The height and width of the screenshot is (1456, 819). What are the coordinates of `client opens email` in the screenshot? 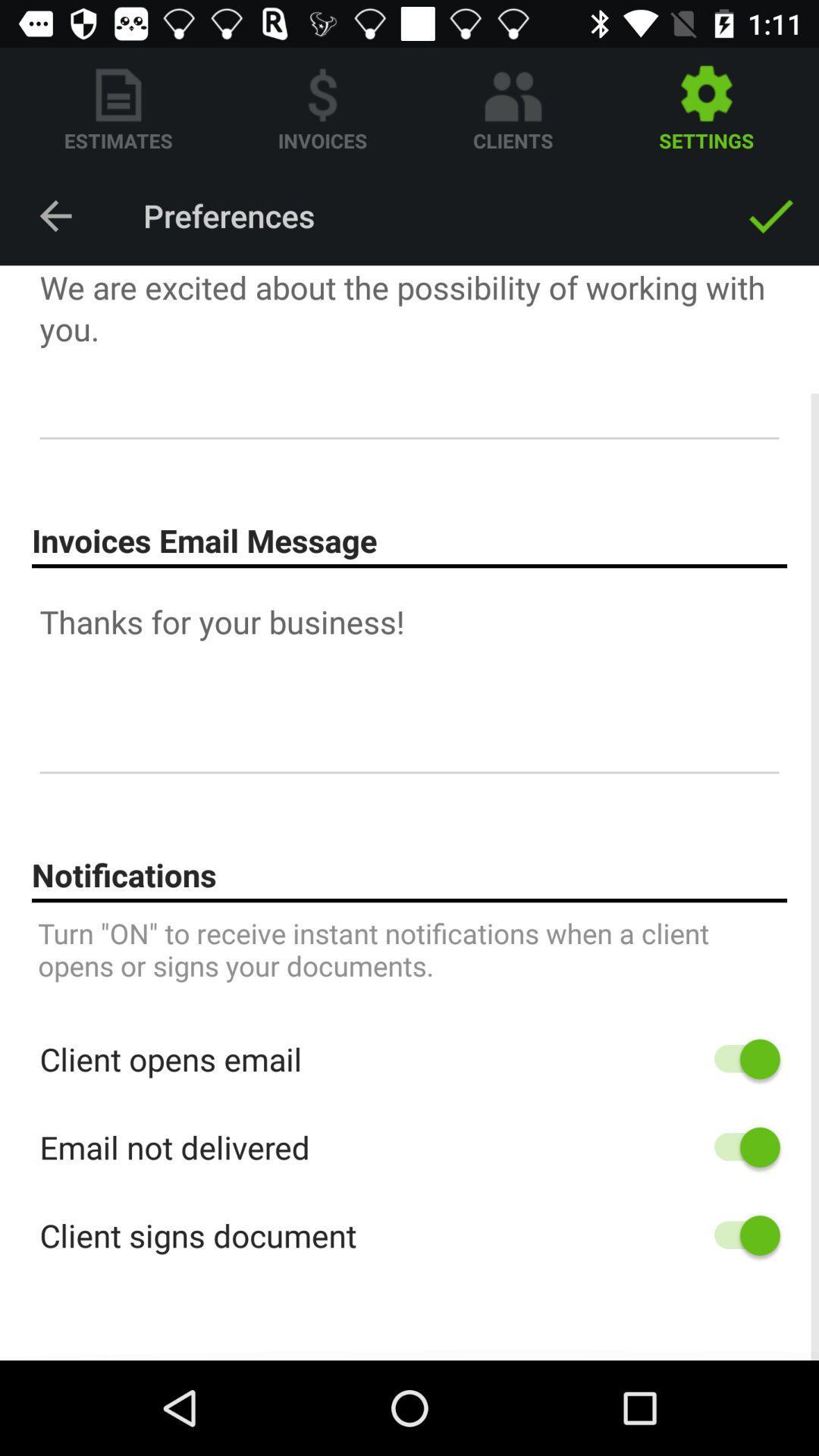 It's located at (739, 1058).